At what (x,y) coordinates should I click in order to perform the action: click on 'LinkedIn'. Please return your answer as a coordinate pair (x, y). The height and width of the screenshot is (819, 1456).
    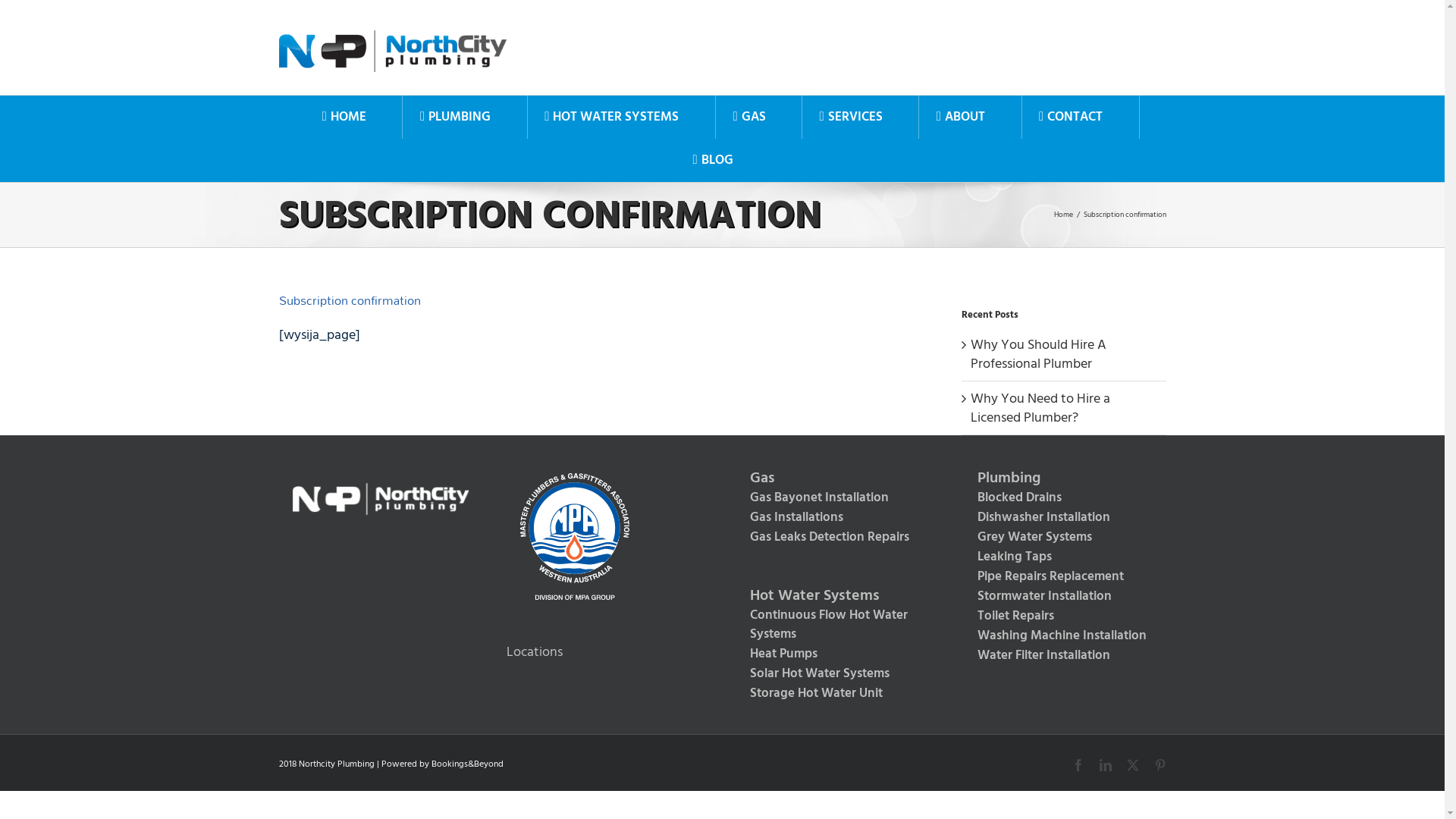
    Looking at the image, I should click on (1106, 765).